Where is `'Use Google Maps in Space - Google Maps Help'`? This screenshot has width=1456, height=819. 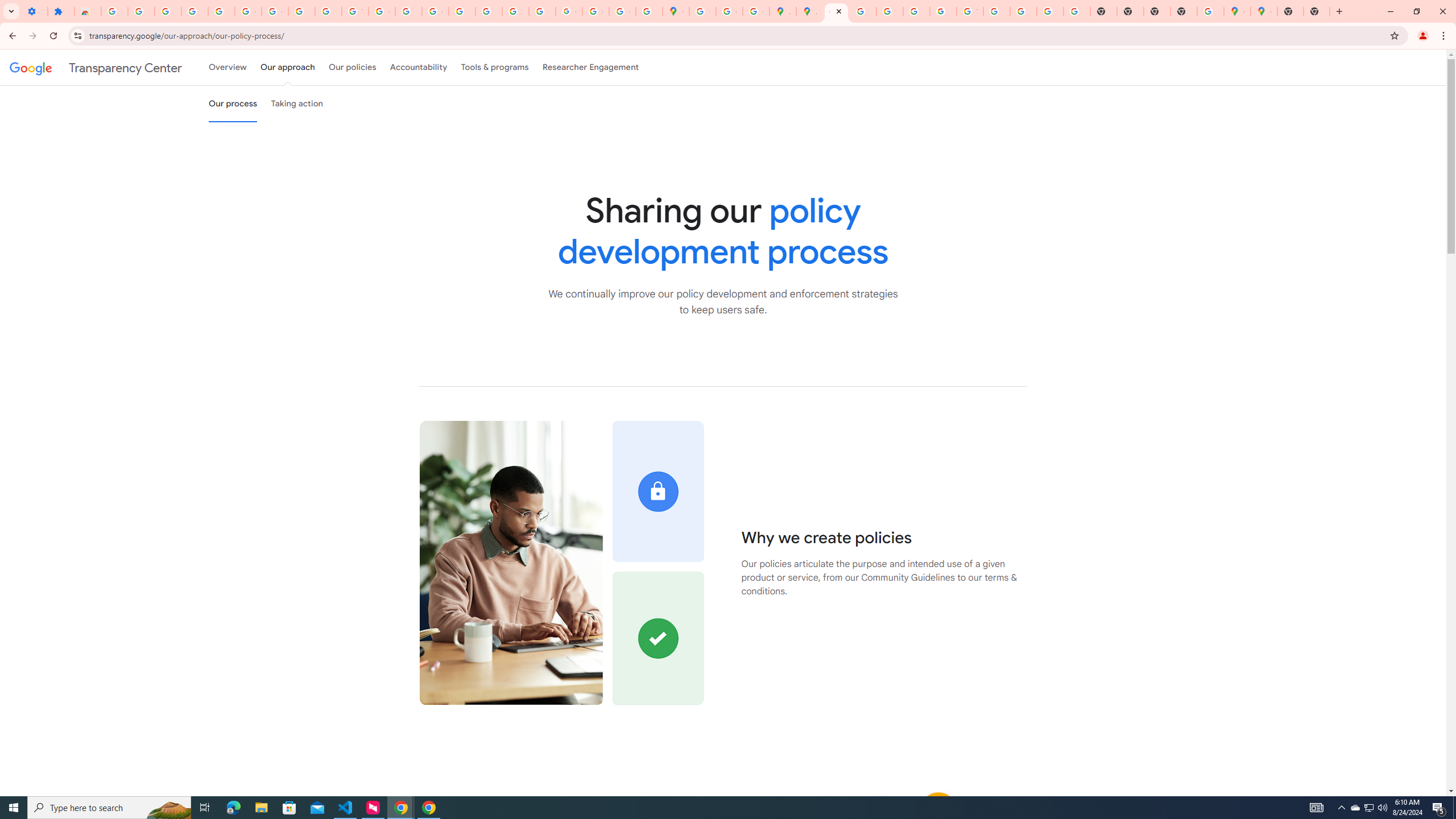
'Use Google Maps in Space - Google Maps Help' is located at coordinates (1210, 11).